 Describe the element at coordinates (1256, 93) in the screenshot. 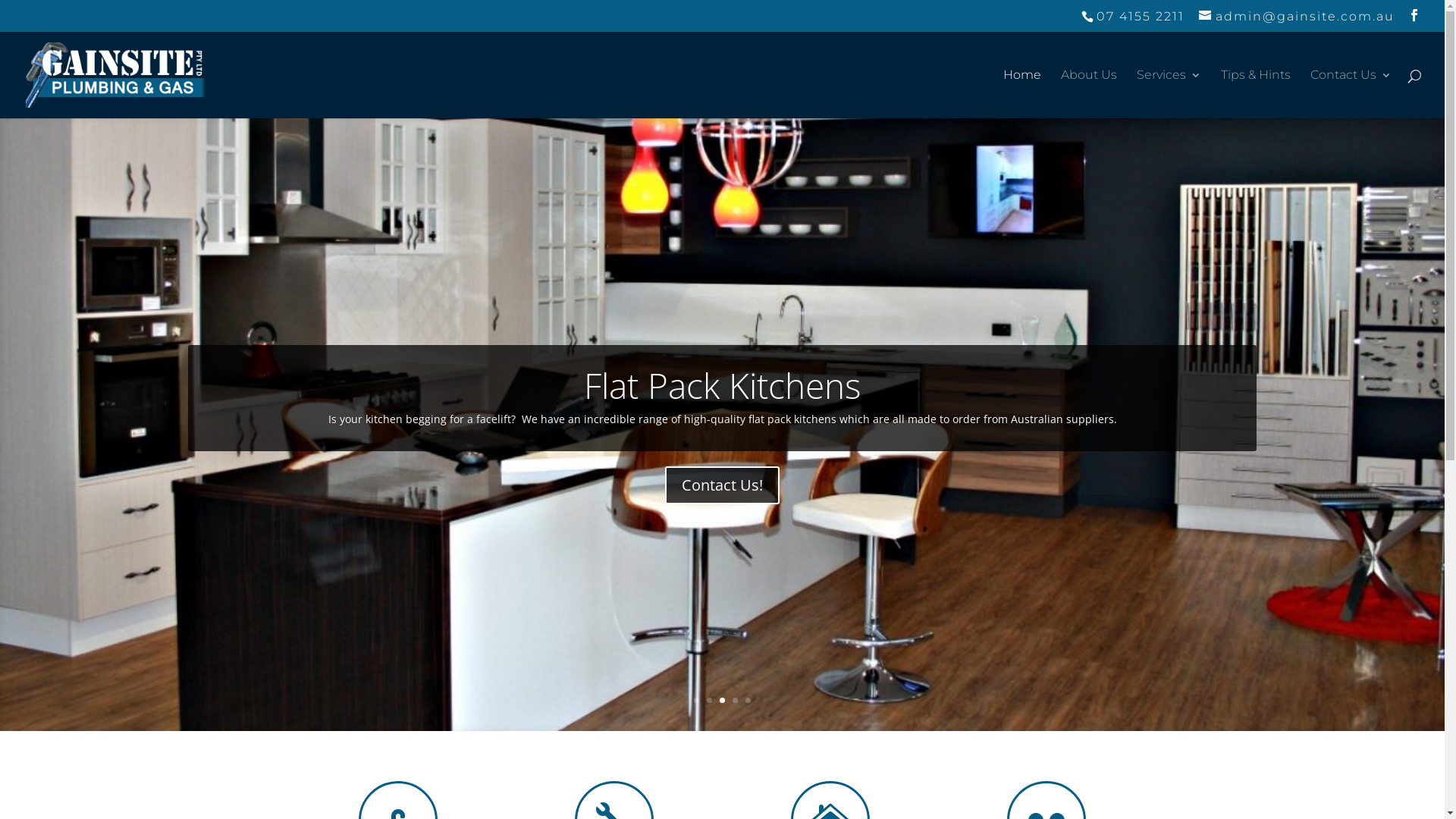

I see `'Tips & Hints'` at that location.